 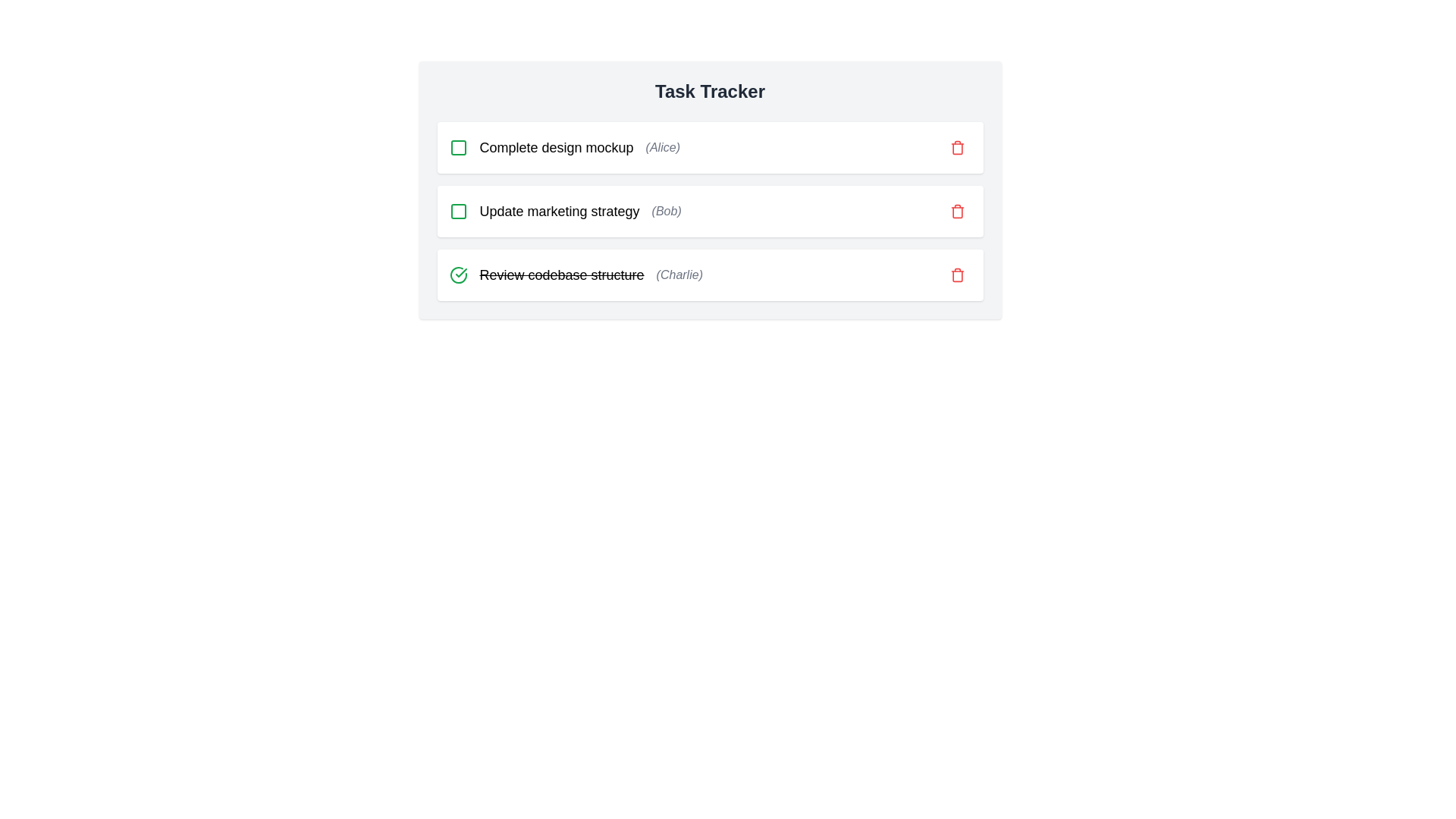 What do you see at coordinates (956, 211) in the screenshot?
I see `the delete icon for the task identified by Update marketing strategy` at bounding box center [956, 211].